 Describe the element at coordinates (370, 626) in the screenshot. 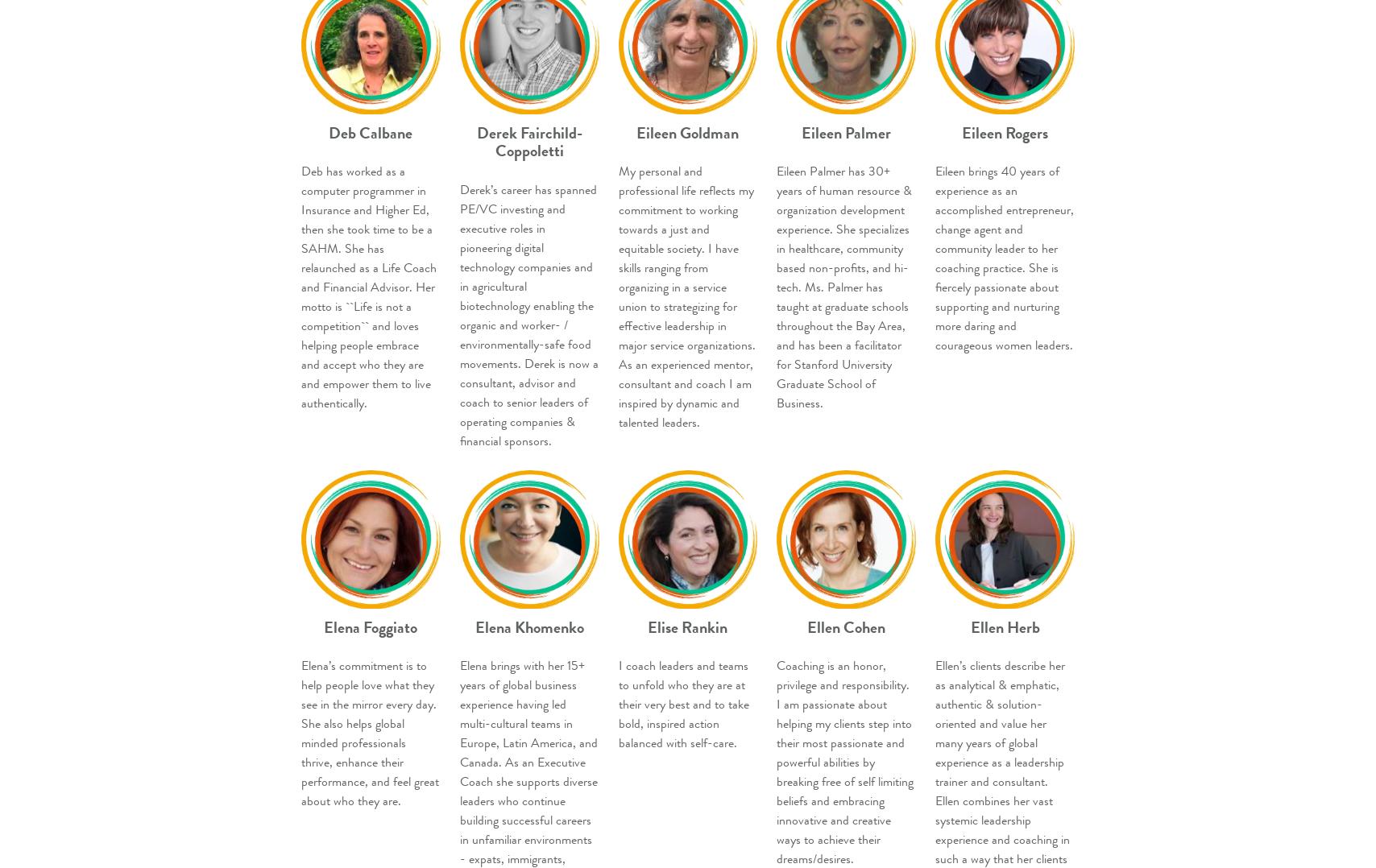

I see `'Elena Foggiato'` at that location.